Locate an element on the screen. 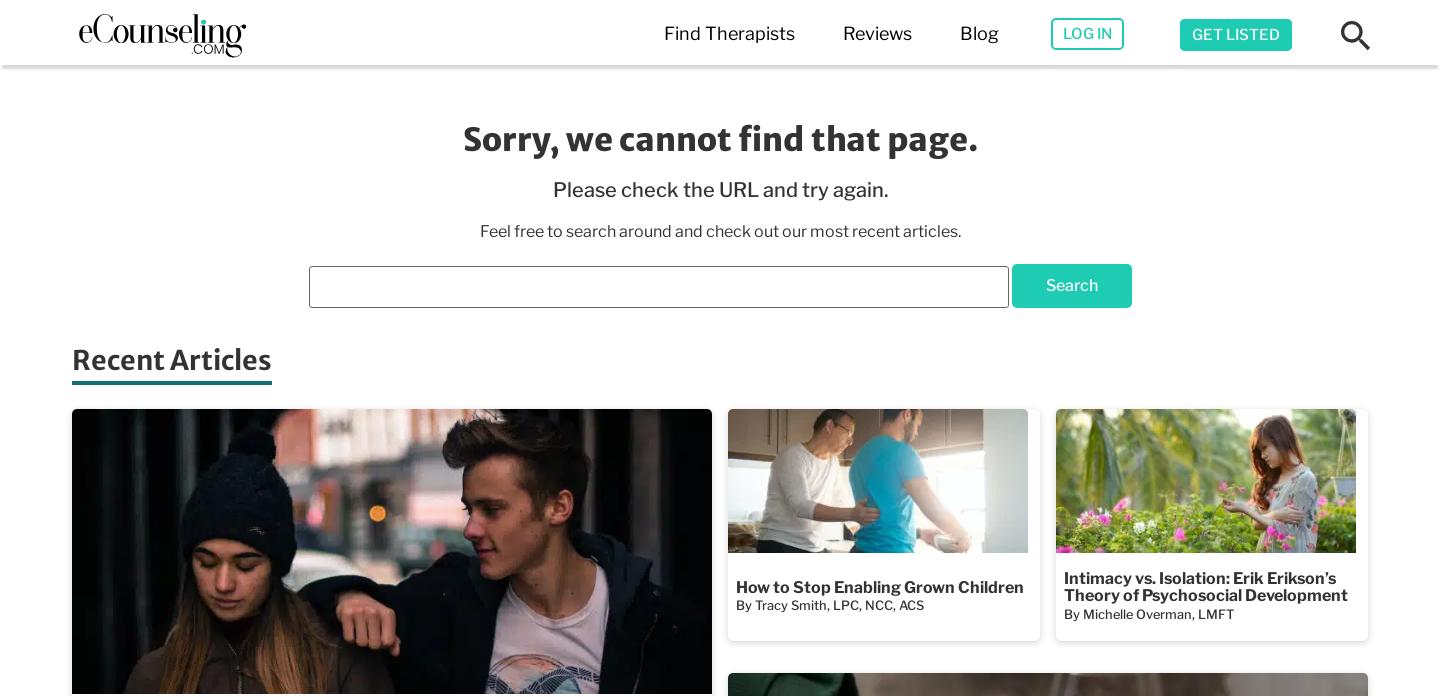 This screenshot has width=1440, height=696. 'Online-Therapy.com Review' is located at coordinates (1017, 355).